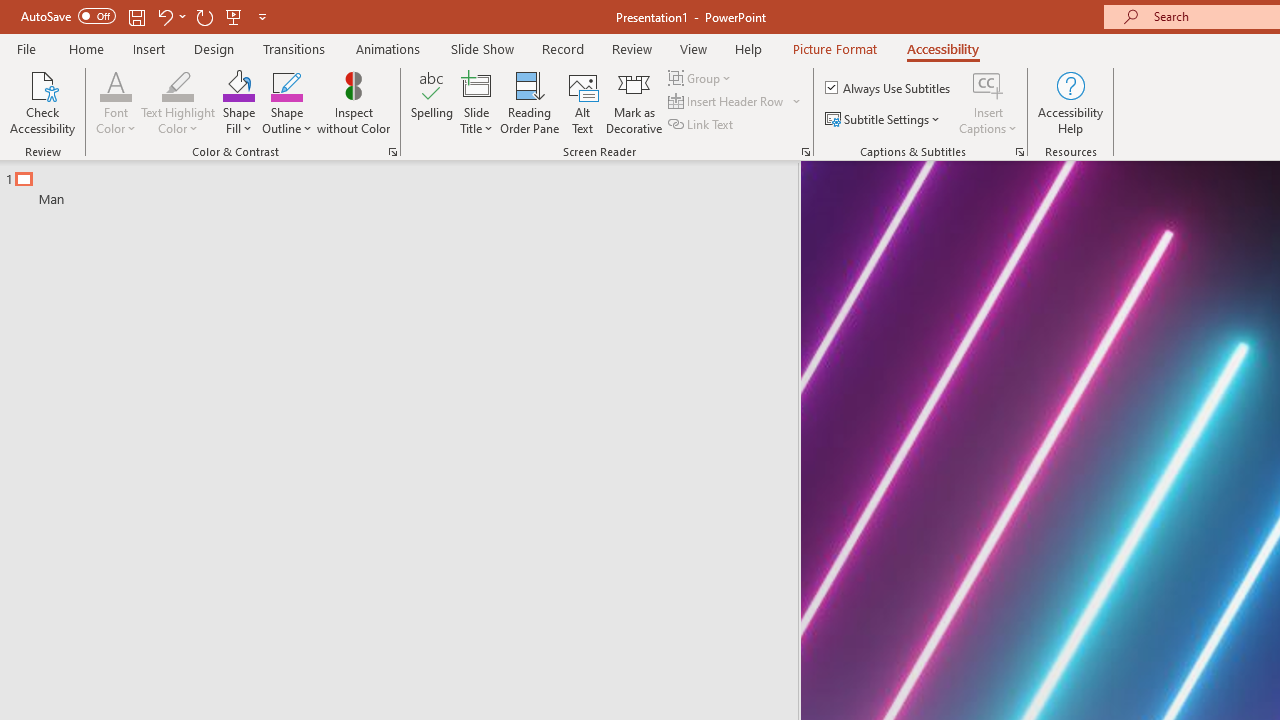 This screenshot has height=720, width=1280. What do you see at coordinates (630, 48) in the screenshot?
I see `'Review'` at bounding box center [630, 48].